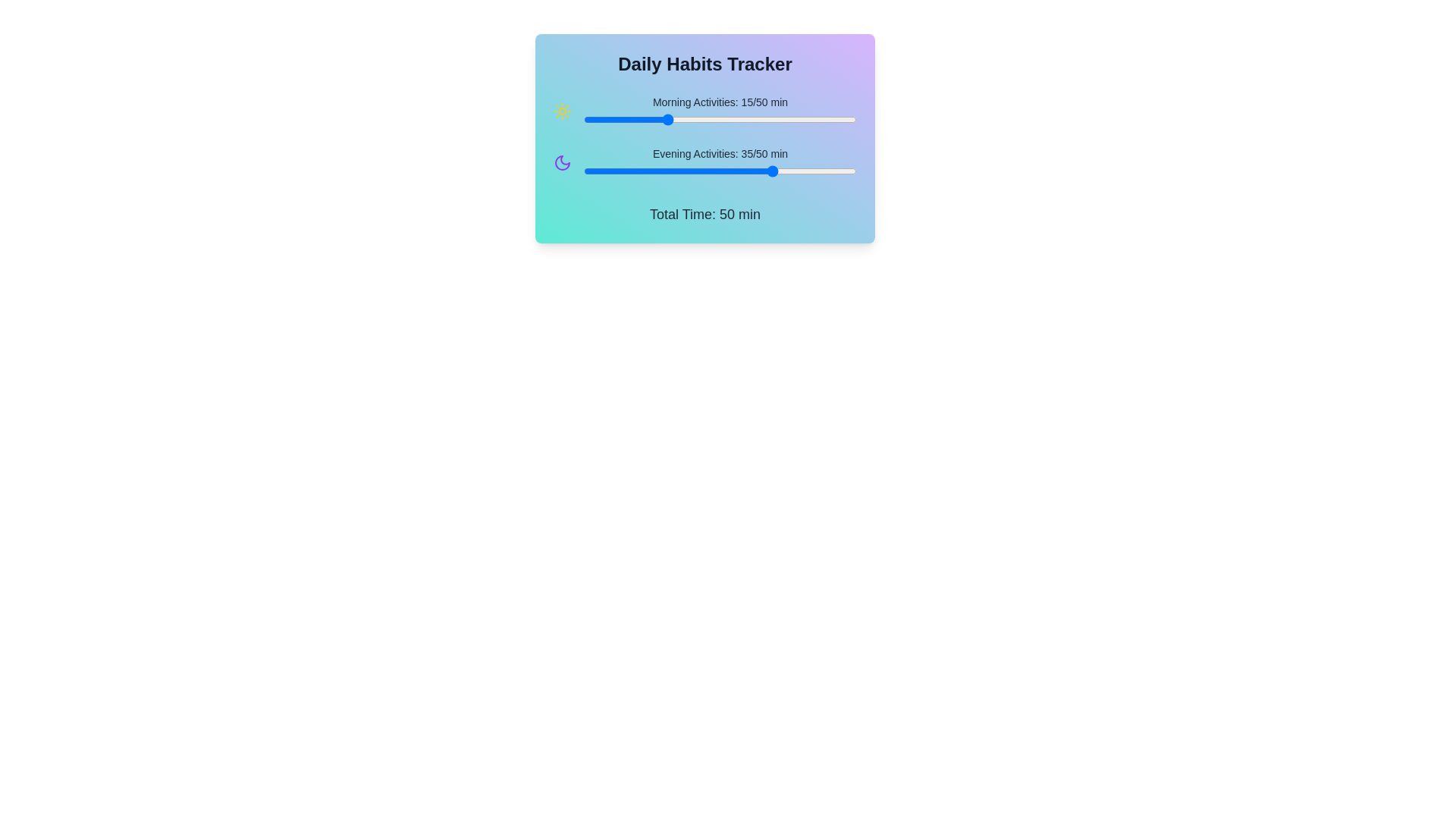 Image resolution: width=1456 pixels, height=819 pixels. Describe the element at coordinates (720, 102) in the screenshot. I see `the informational text label that indicates the progress of morning activities, which is located above the horizontal progress bar in the 'Daily Habits Tracker' card layout` at that location.